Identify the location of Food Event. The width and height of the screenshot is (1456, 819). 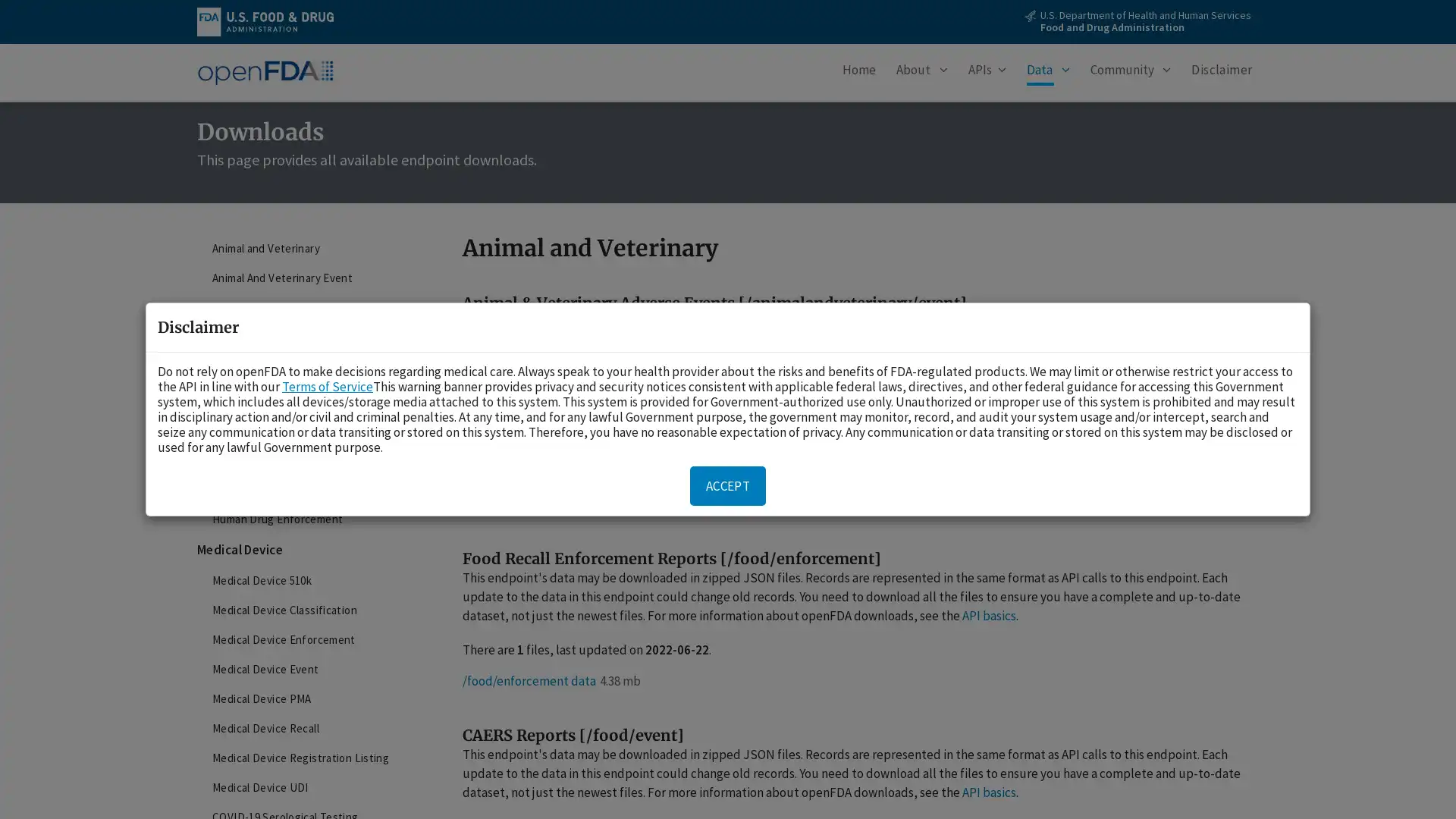
(309, 369).